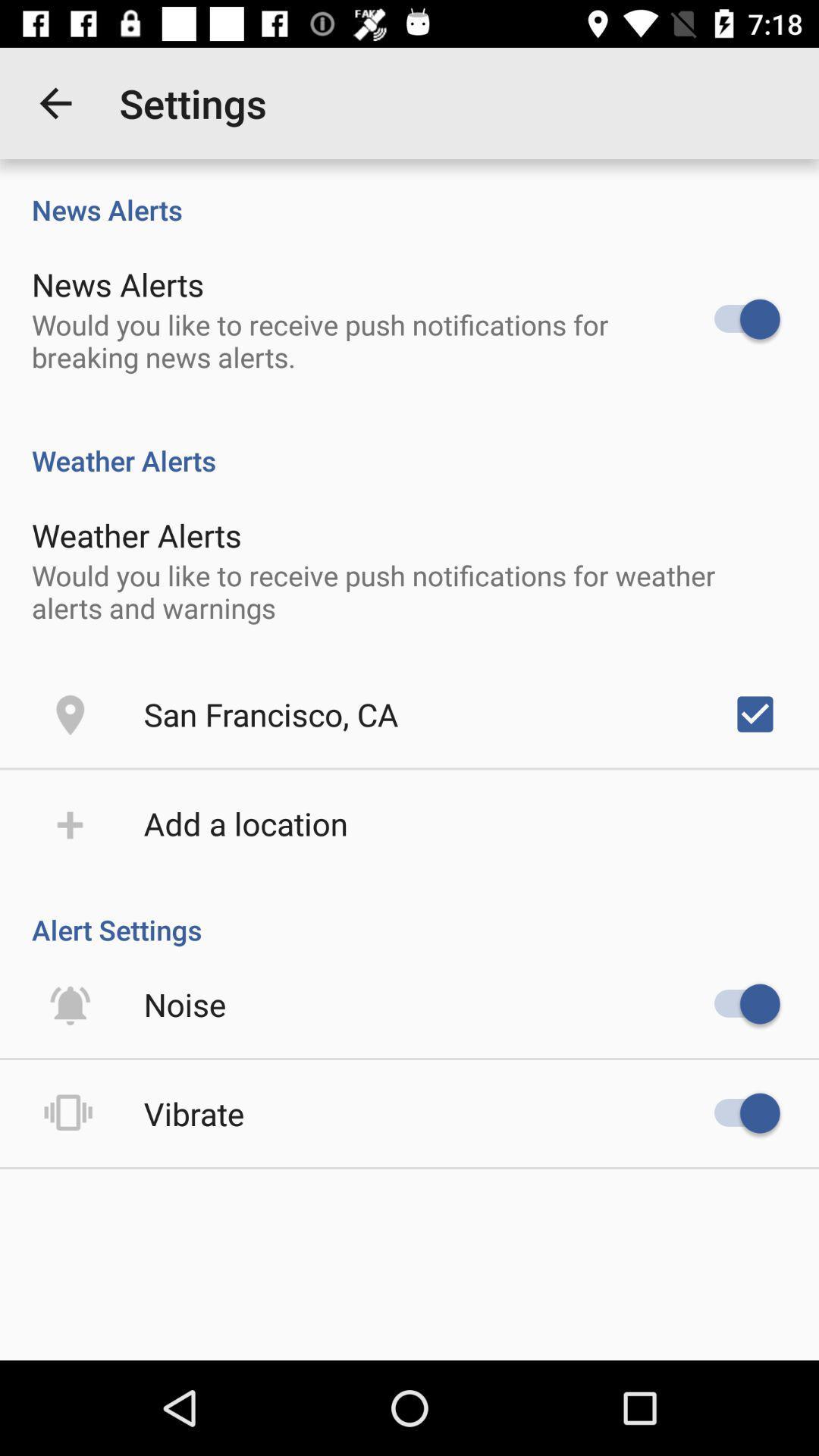  Describe the element at coordinates (270, 713) in the screenshot. I see `the item above add a location icon` at that location.